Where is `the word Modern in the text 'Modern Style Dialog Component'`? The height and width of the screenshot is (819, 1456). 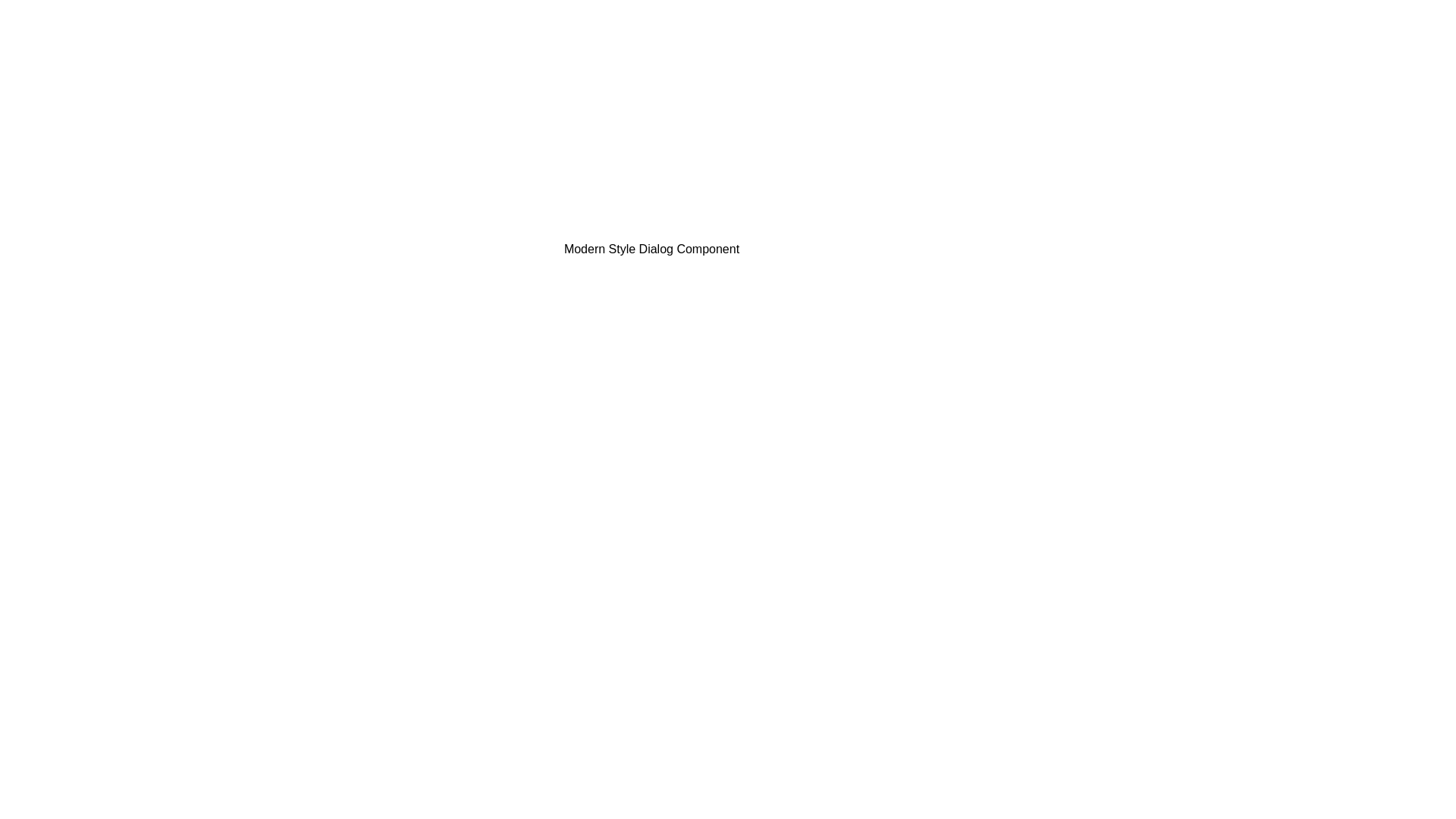
the word Modern in the text 'Modern Style Dialog Component' is located at coordinates (416, 239).